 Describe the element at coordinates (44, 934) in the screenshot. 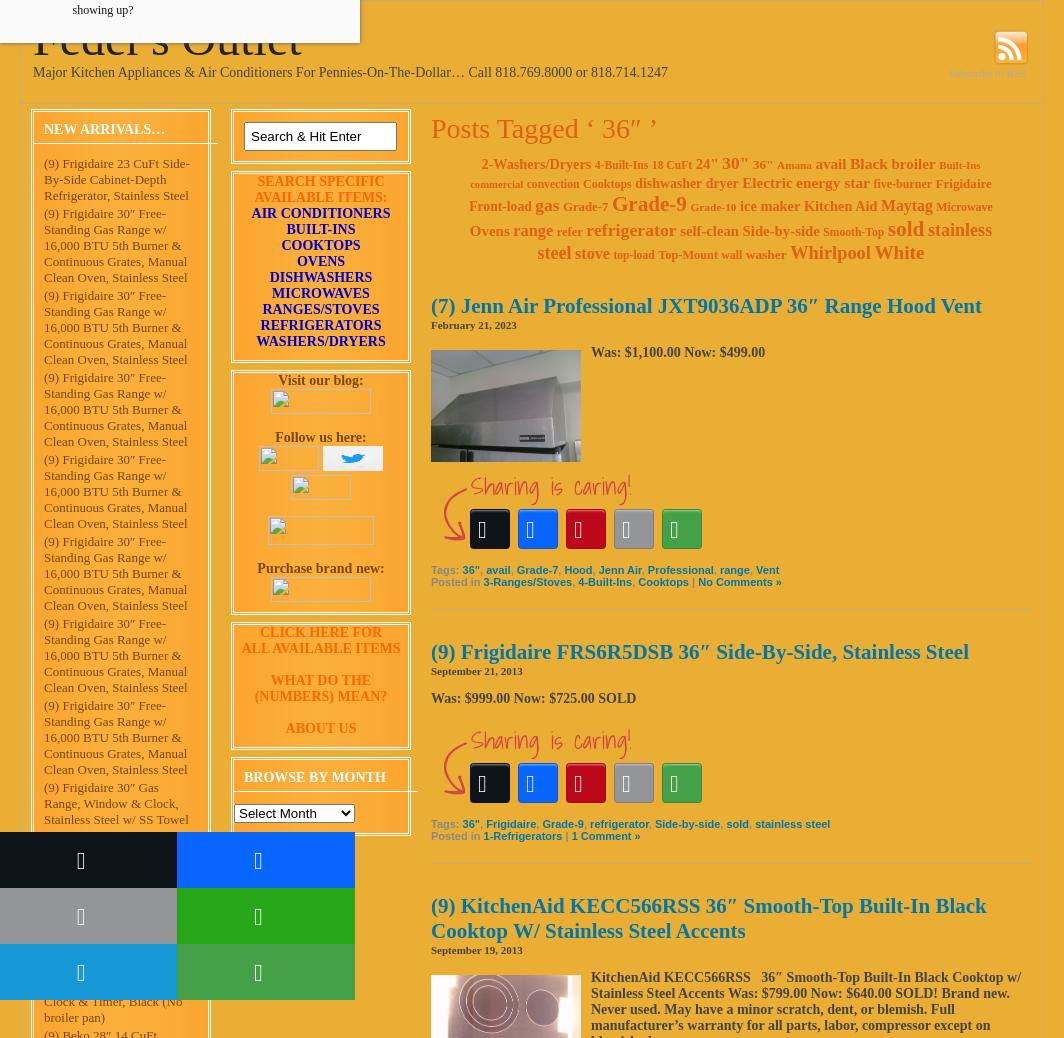

I see `'(9) Frigidaire 30″ Free-Standing Electric Range, Black'` at that location.